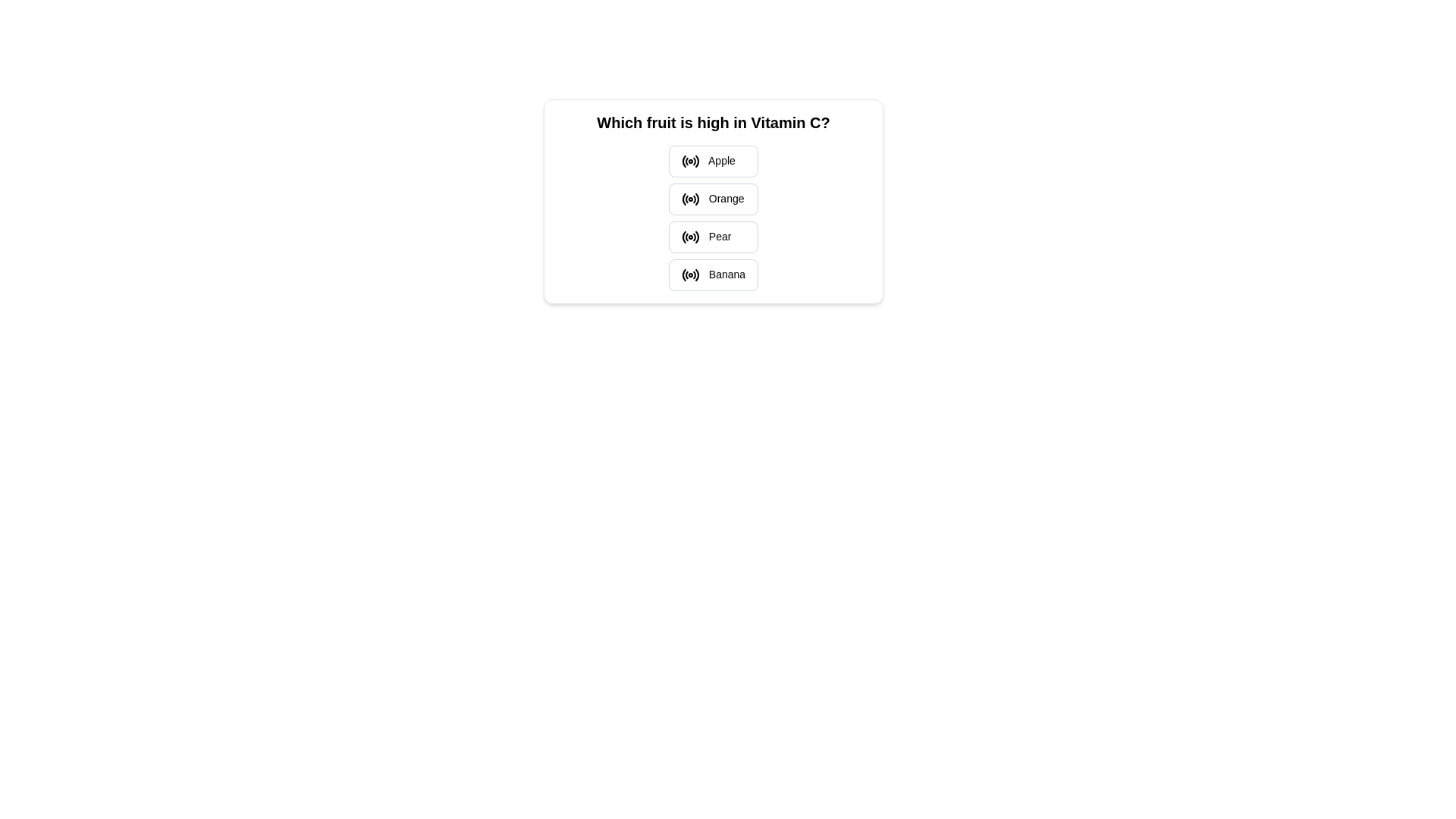  I want to click on the 'Orange' radio button which is selected and highlighted in a vertical list of selectable options, so click(712, 198).